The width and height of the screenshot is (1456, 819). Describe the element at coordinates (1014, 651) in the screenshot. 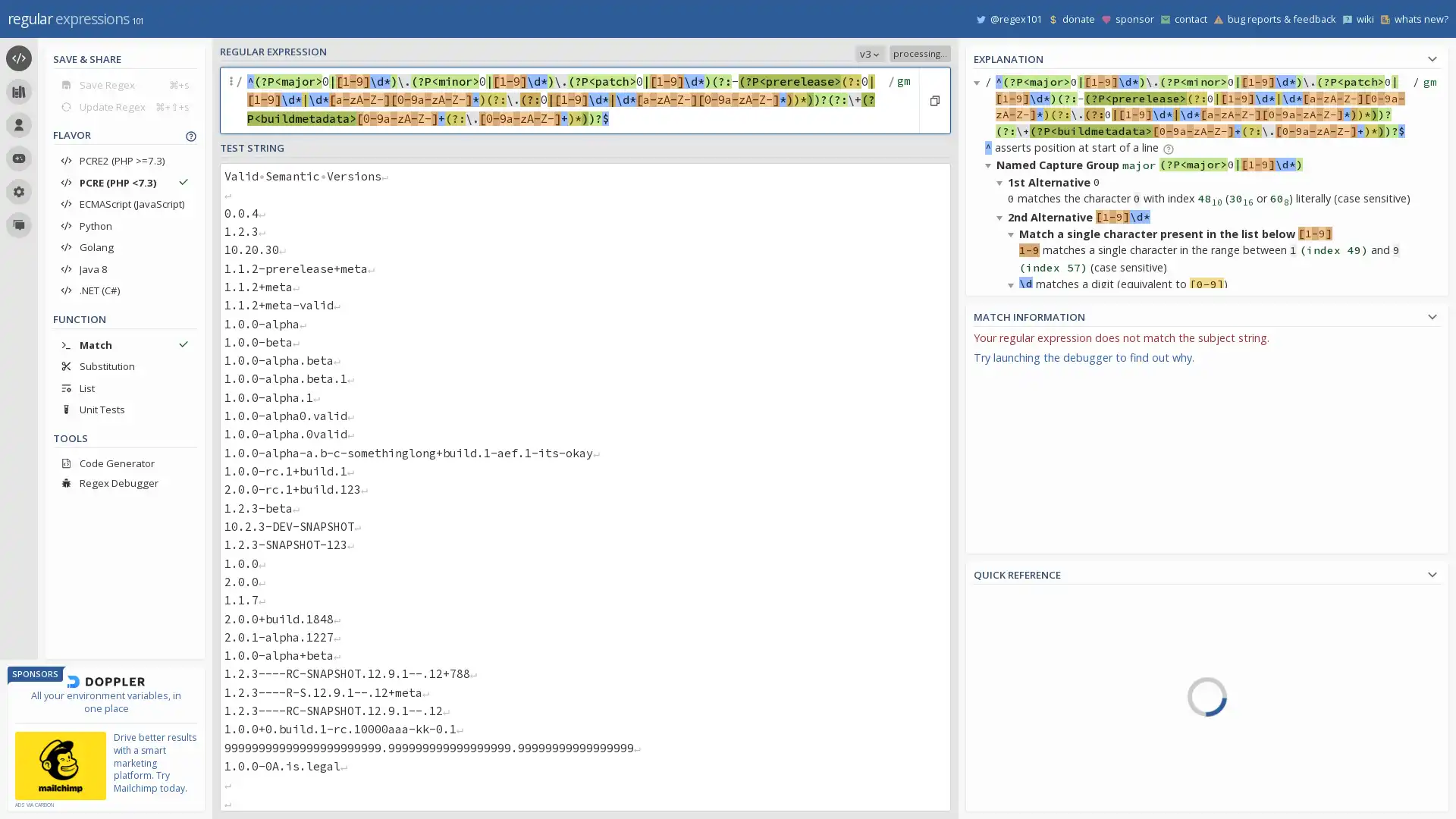

I see `Group minor` at that location.